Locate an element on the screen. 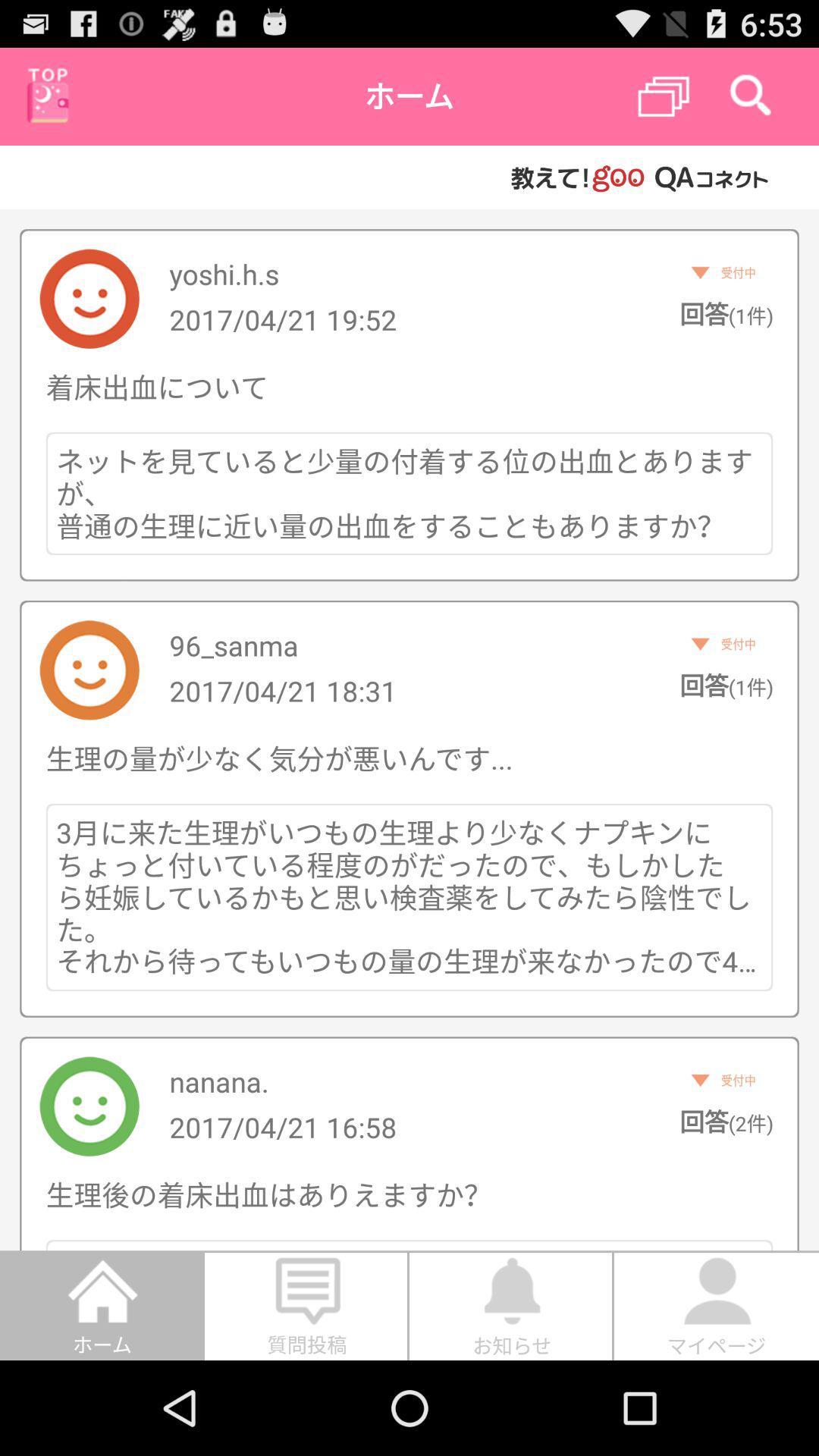 The image size is (819, 1456). the icon above the 2017 04 21 icon is located at coordinates (234, 645).